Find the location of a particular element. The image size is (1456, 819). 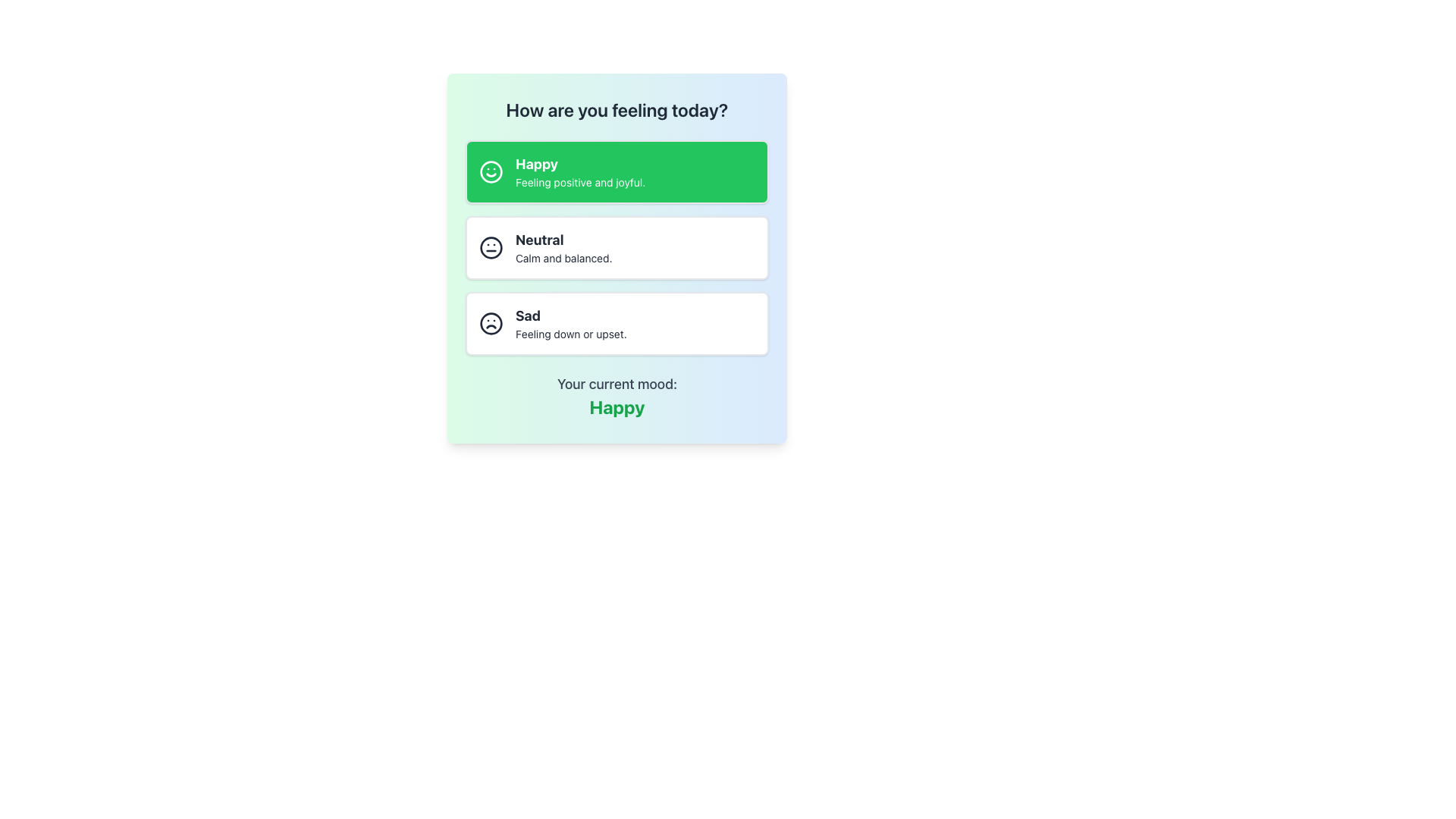

the bold, centered question text saying 'How are you feeling today?' which is positioned at the top of a card with a gradient background is located at coordinates (617, 109).